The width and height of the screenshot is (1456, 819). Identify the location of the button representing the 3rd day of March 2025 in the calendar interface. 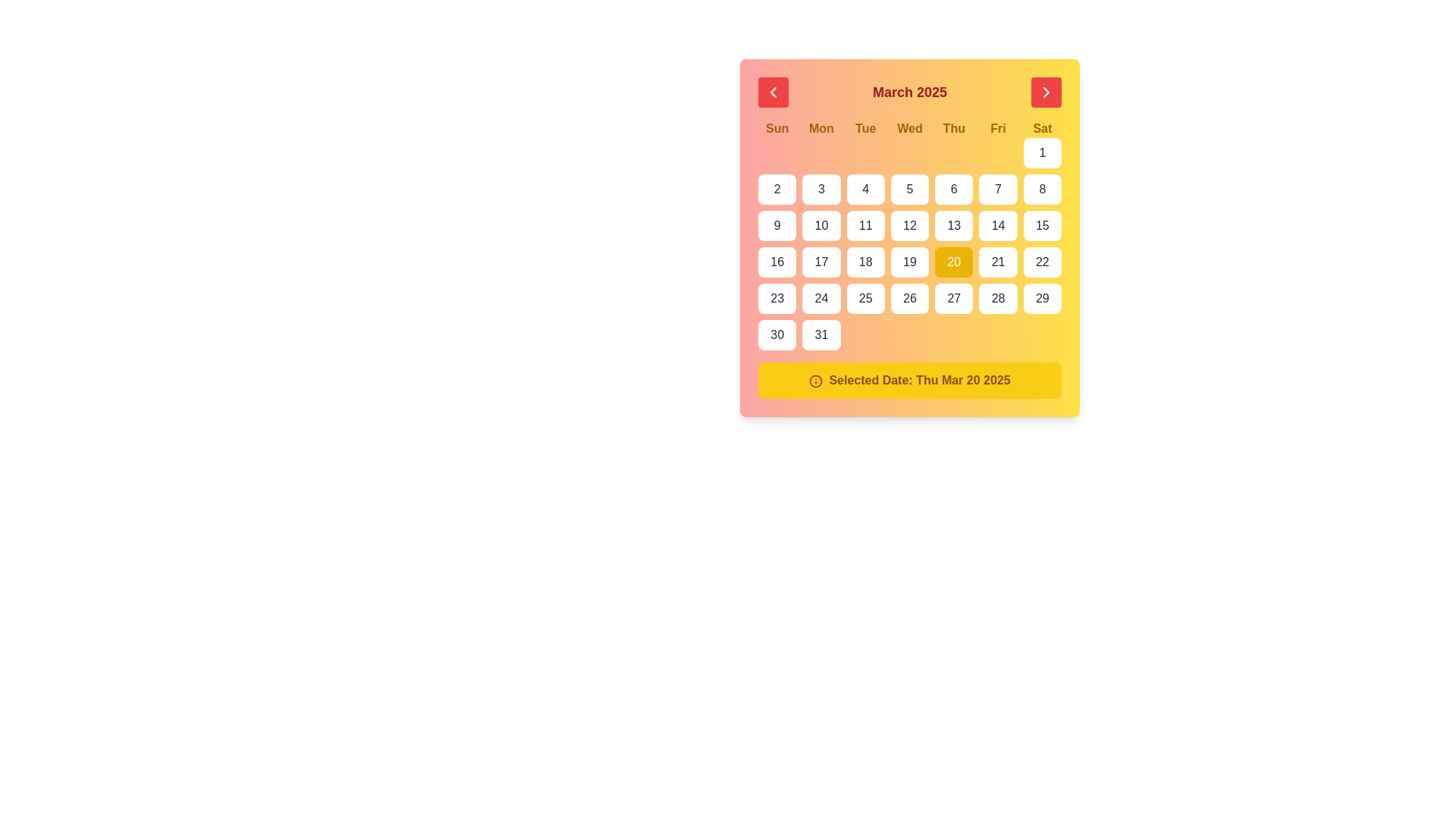
(821, 189).